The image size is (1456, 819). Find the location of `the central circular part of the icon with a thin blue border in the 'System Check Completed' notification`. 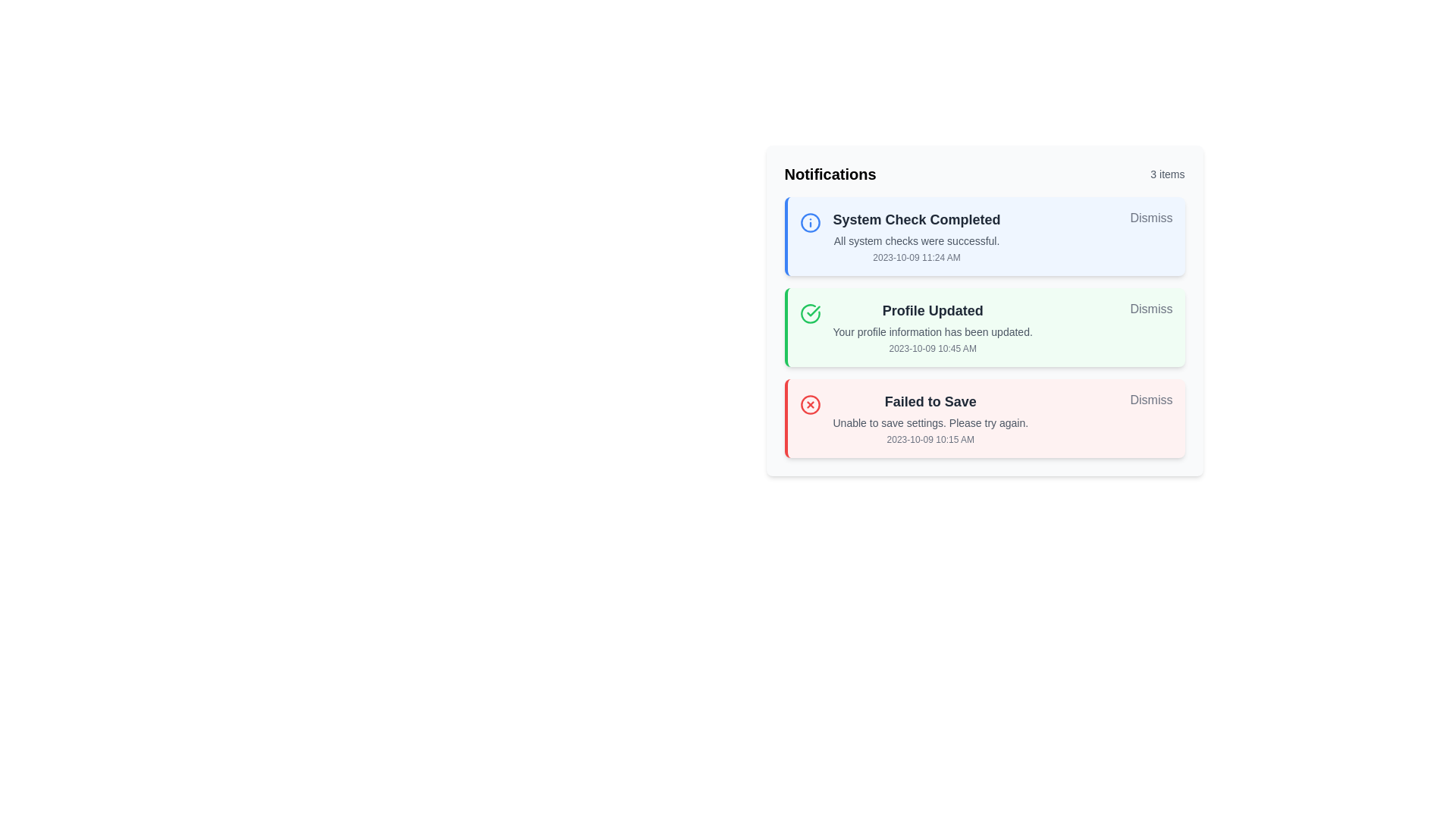

the central circular part of the icon with a thin blue border in the 'System Check Completed' notification is located at coordinates (809, 222).